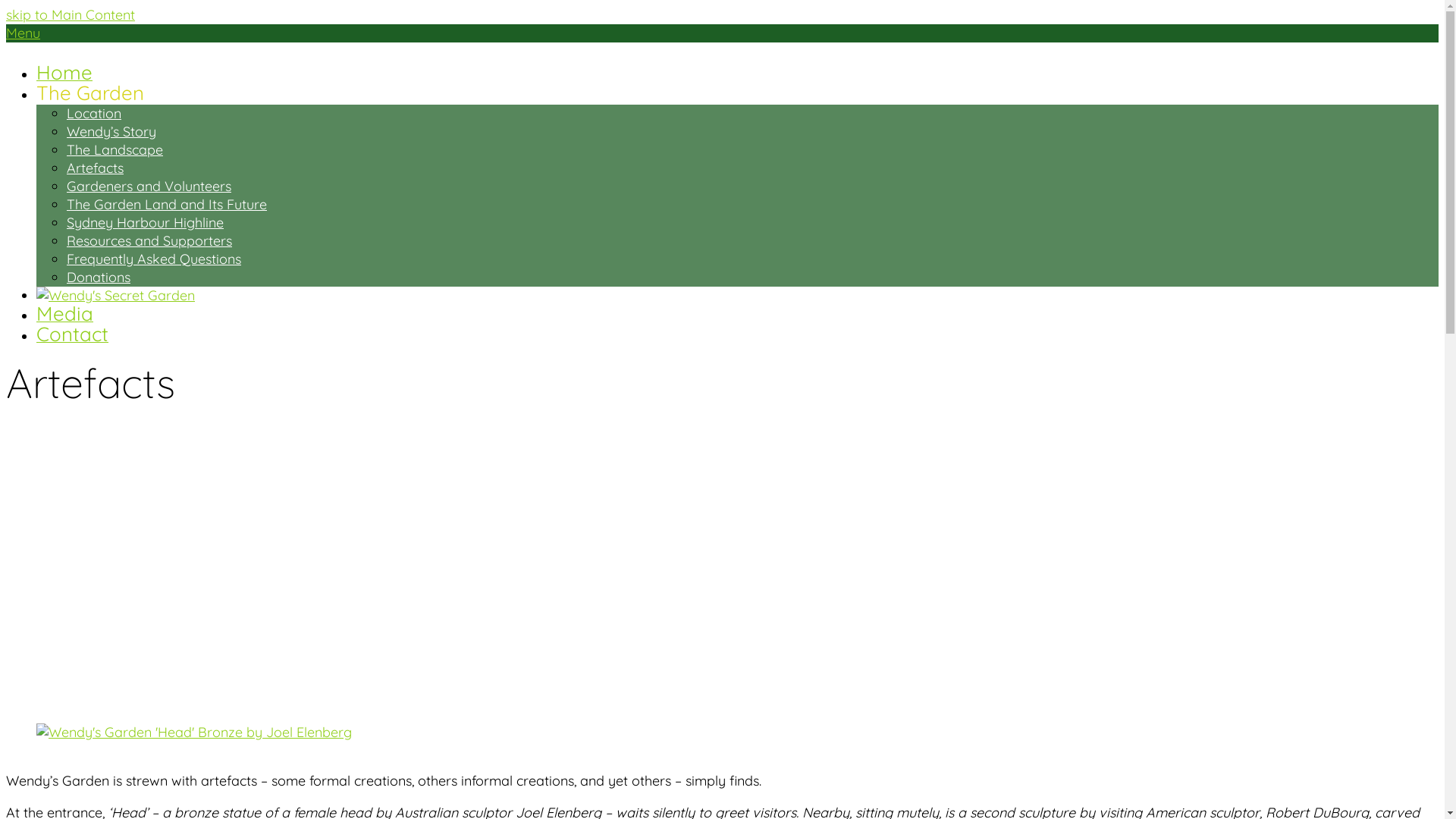 This screenshot has width=1456, height=819. I want to click on 'Home', so click(64, 74).